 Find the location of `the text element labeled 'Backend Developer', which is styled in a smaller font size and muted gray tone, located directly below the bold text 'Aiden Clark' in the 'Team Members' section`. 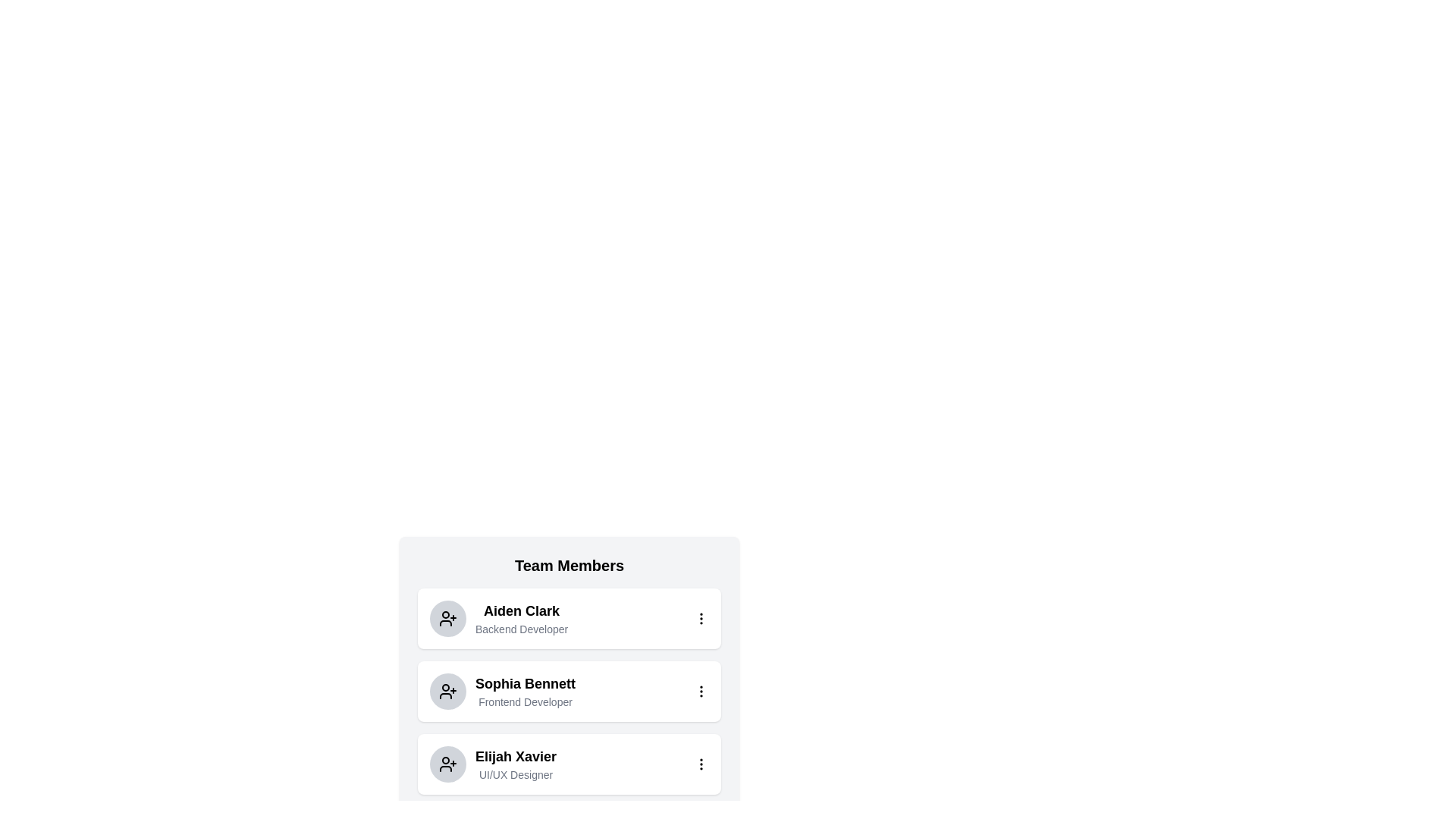

the text element labeled 'Backend Developer', which is styled in a smaller font size and muted gray tone, located directly below the bold text 'Aiden Clark' in the 'Team Members' section is located at coordinates (522, 629).